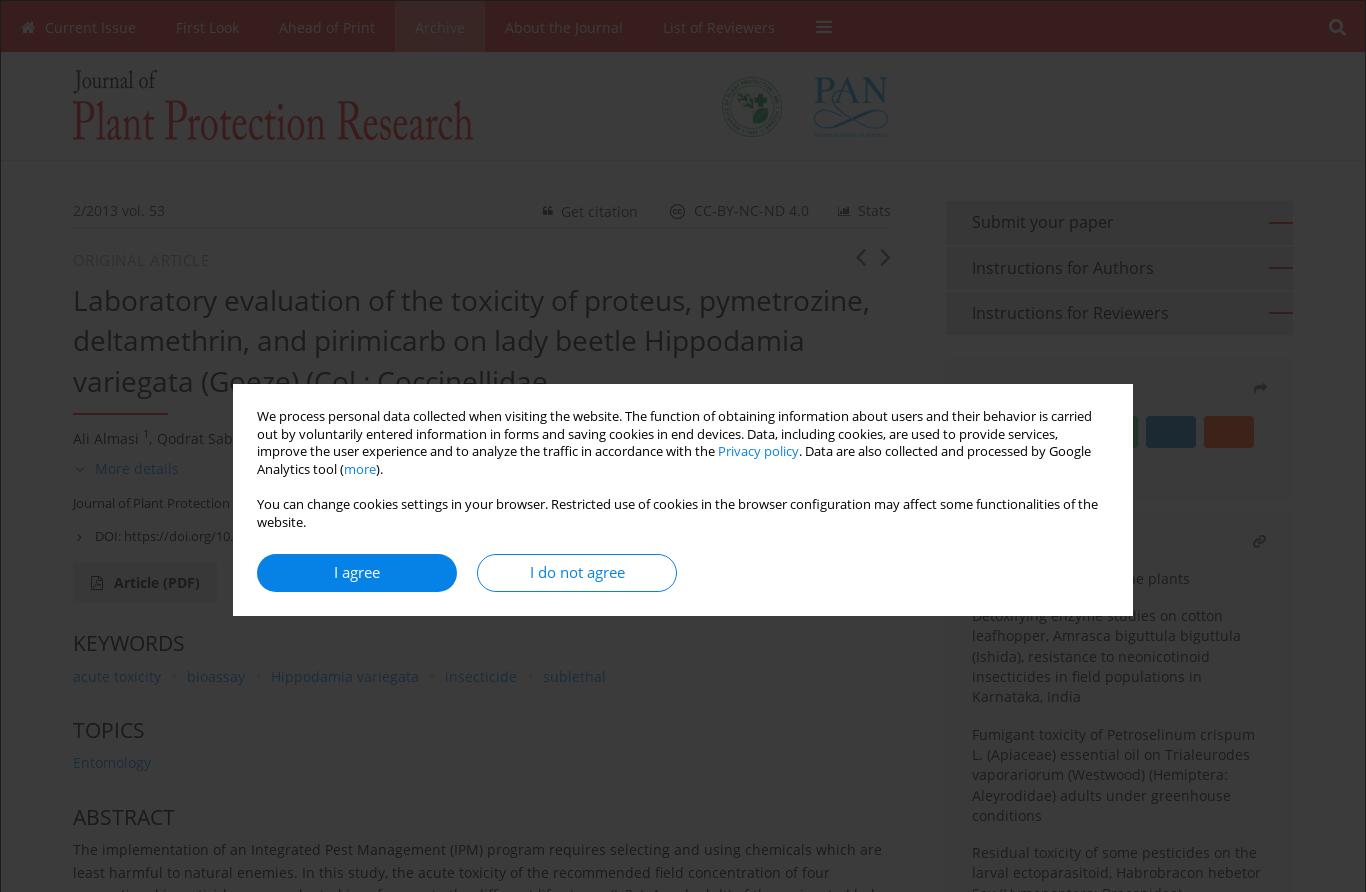 This screenshot has height=892, width=1366. I want to click on 'bioassay', so click(214, 675).